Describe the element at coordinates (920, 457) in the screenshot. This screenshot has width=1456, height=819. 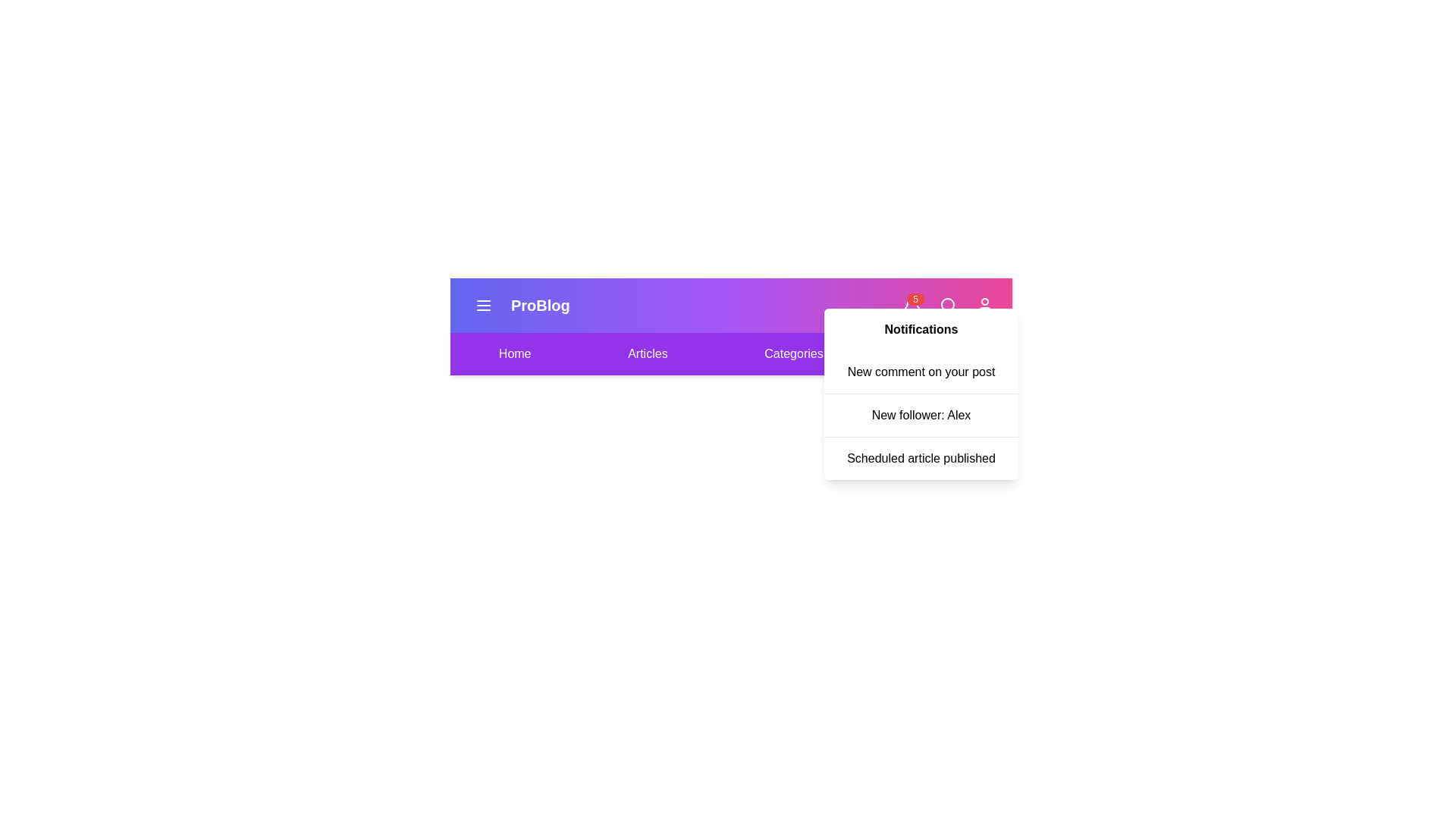
I see `the notification titled 'Scheduled article published' from the list` at that location.